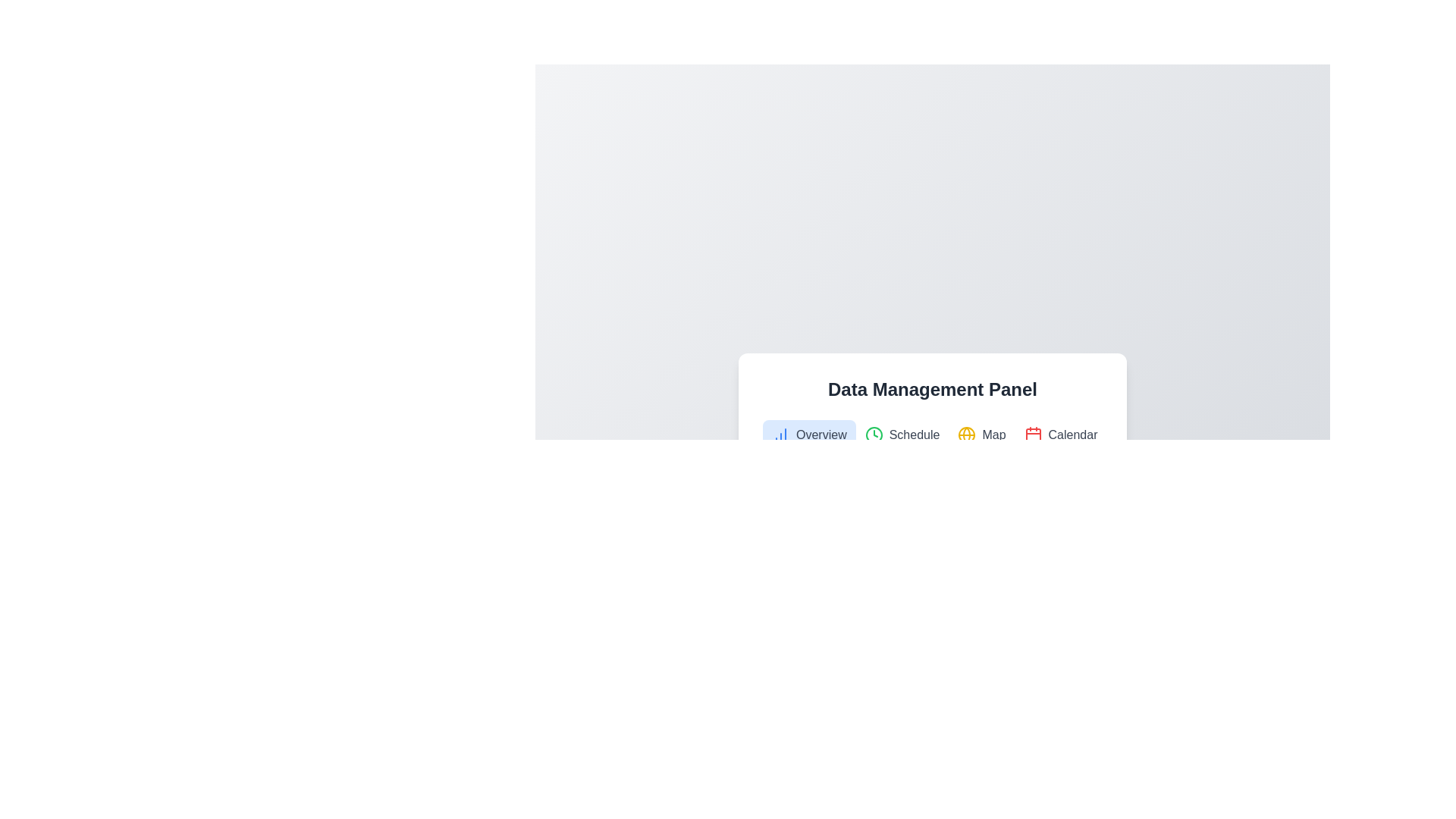  What do you see at coordinates (874, 435) in the screenshot?
I see `the SVG circle element with a green stroke that represents the circular boundary of the clock icon in the 'Schedule' menu item of the Data Management Panel` at bounding box center [874, 435].